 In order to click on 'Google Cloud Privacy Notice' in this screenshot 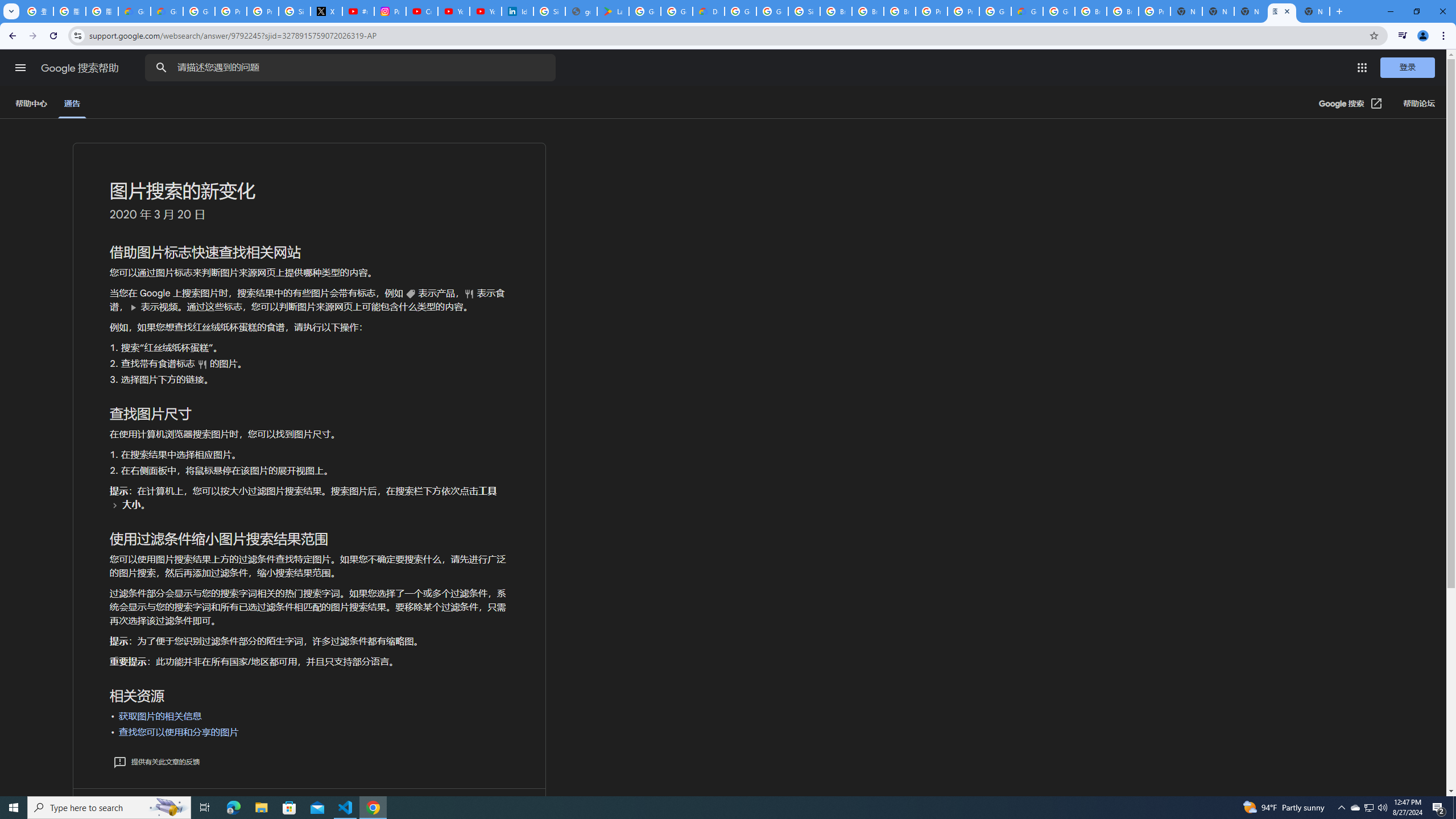, I will do `click(167, 11)`.